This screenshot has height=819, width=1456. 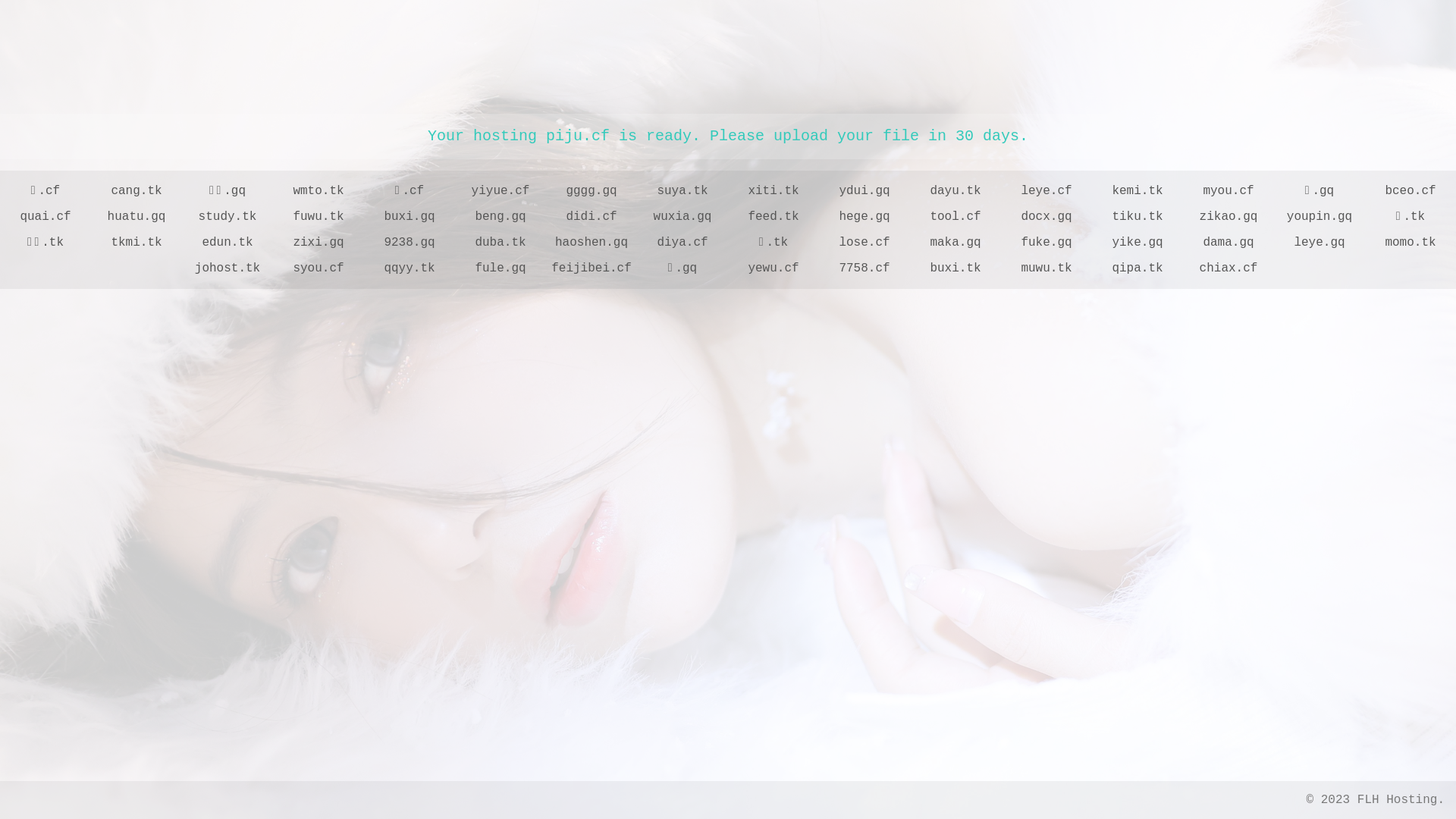 I want to click on 'suya.tk', so click(x=682, y=190).